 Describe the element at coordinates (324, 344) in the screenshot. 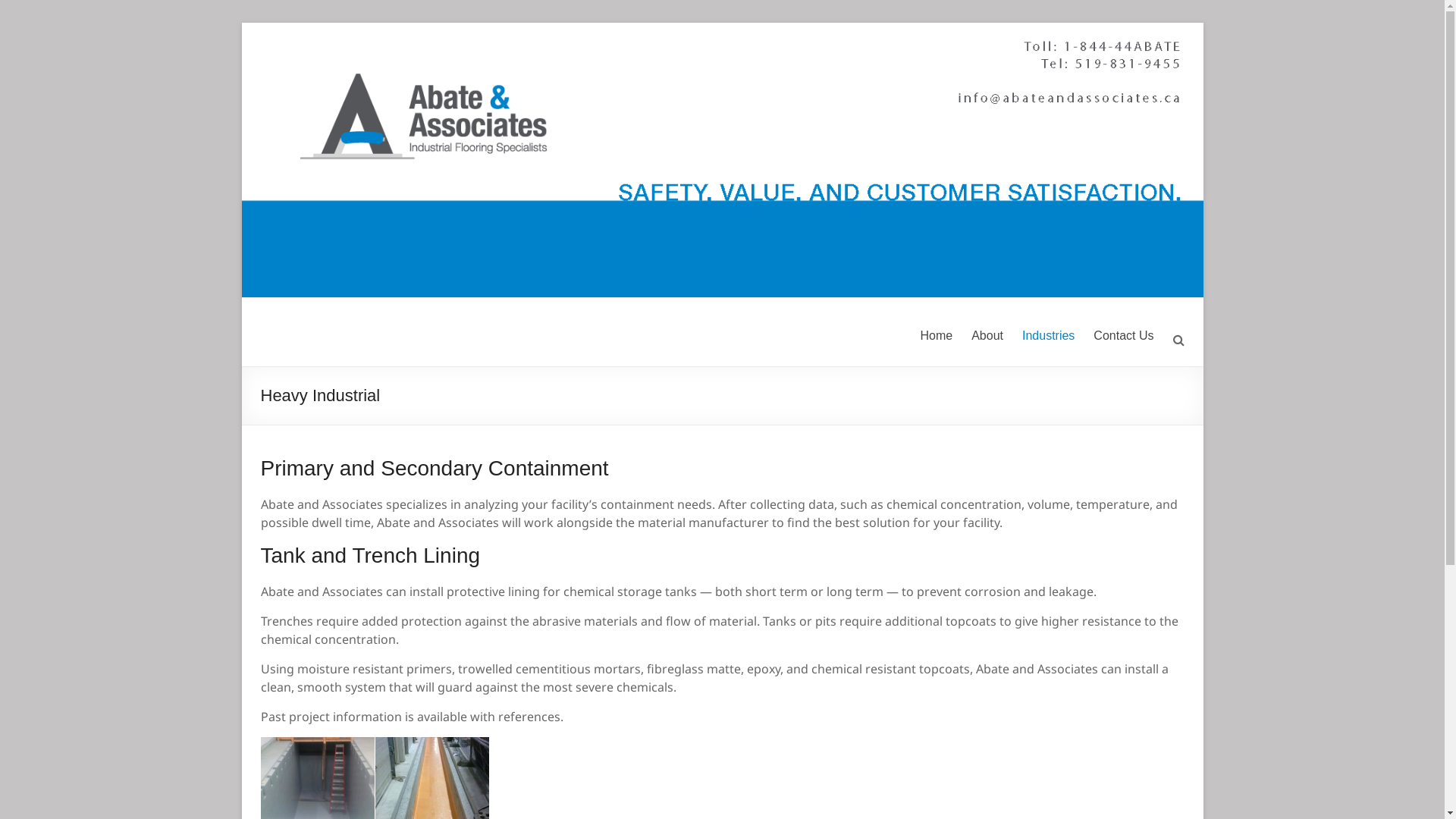

I see `'Abates & Associates'` at that location.